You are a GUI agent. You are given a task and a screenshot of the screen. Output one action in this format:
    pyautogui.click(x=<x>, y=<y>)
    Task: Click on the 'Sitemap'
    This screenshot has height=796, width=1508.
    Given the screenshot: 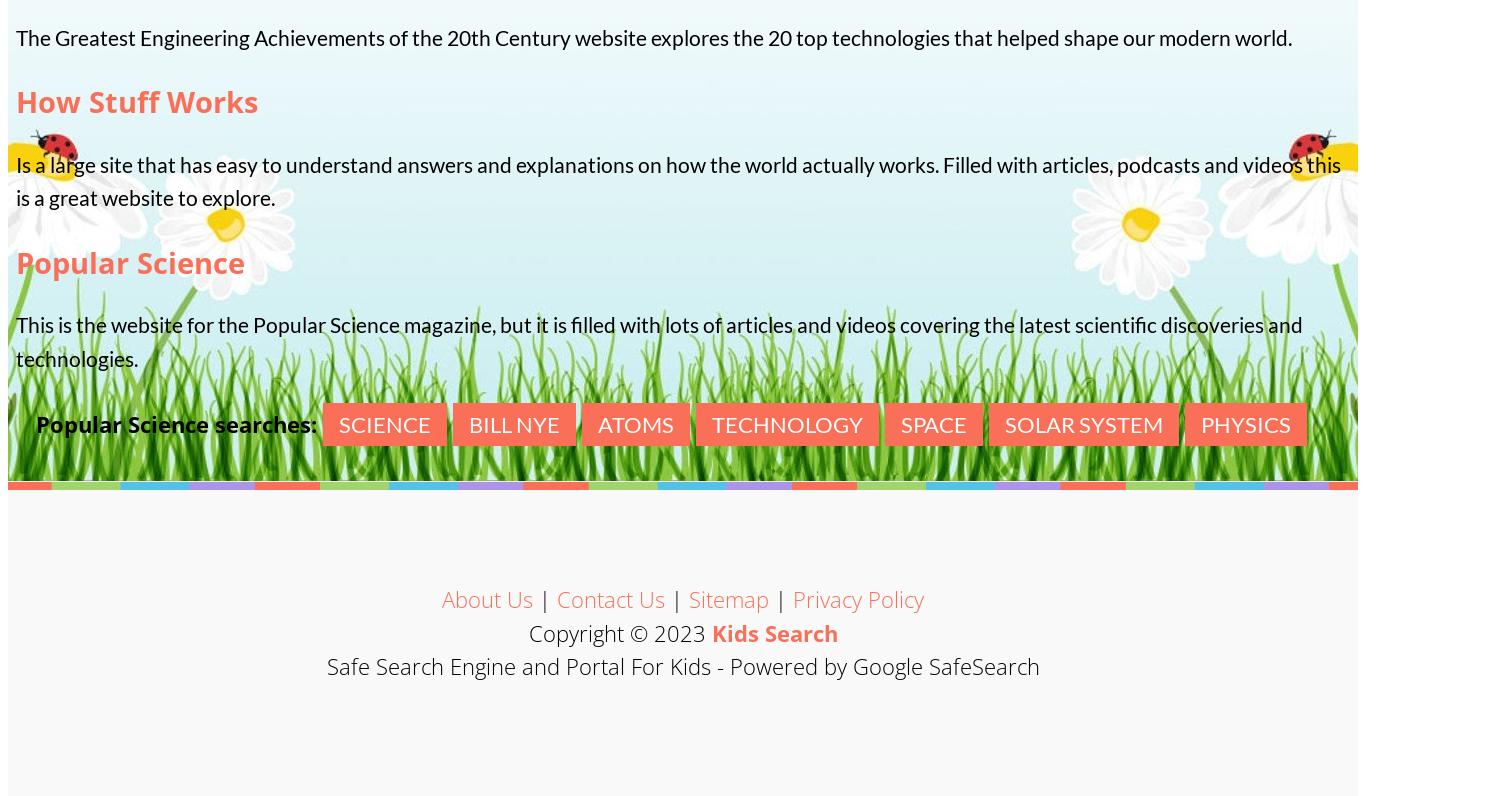 What is the action you would take?
    pyautogui.click(x=688, y=598)
    